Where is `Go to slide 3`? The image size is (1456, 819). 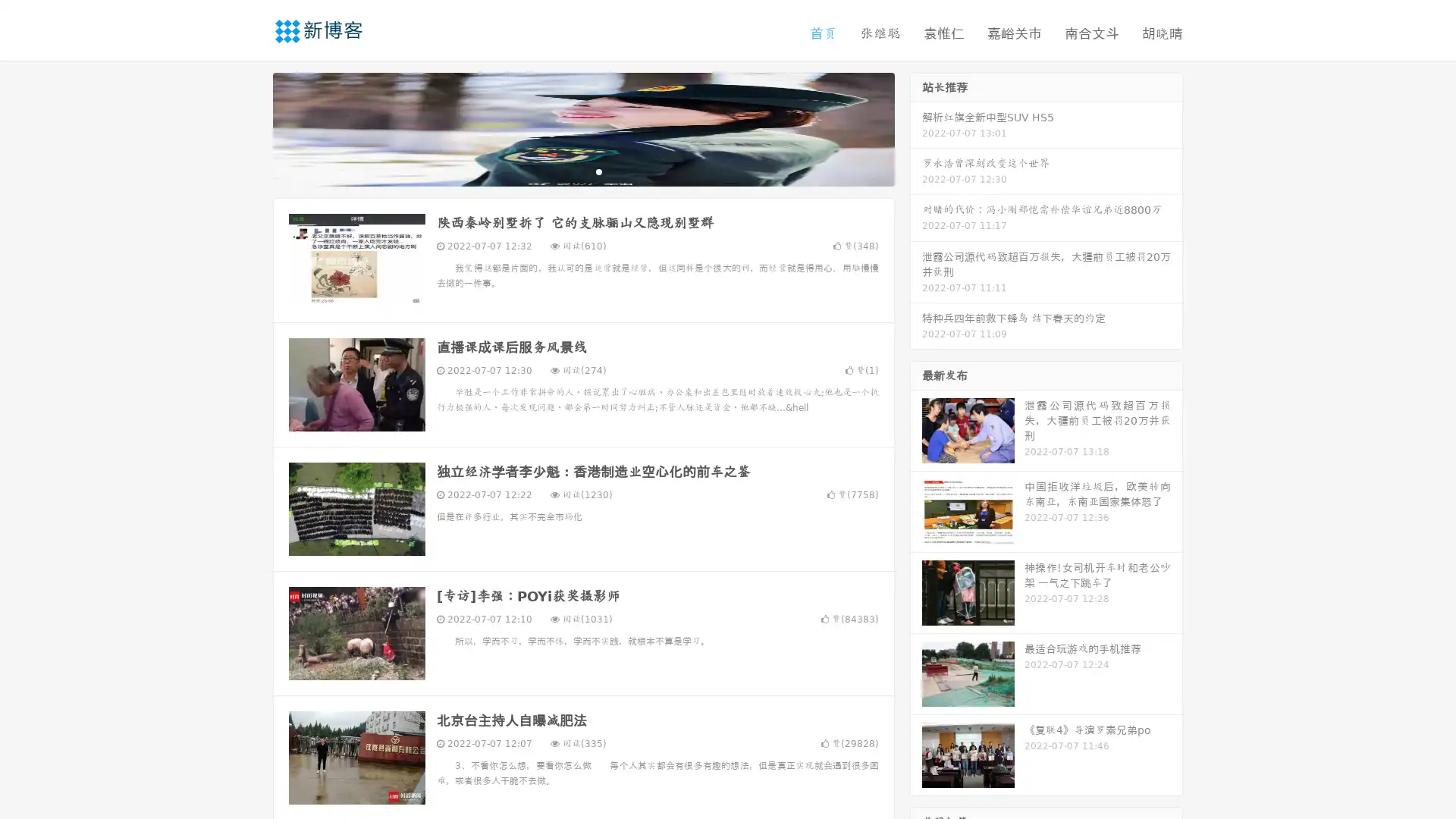
Go to slide 3 is located at coordinates (598, 171).